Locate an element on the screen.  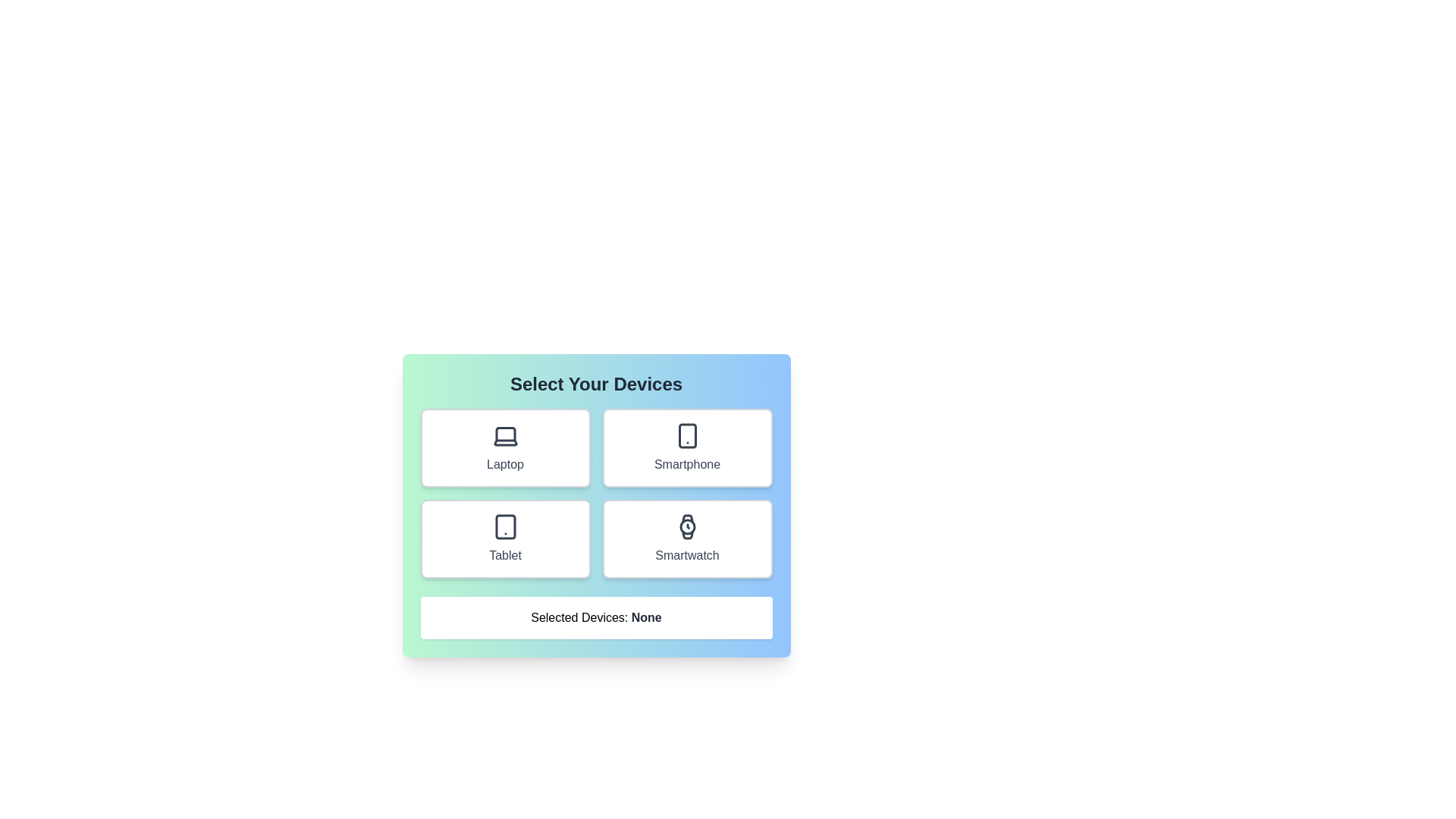
the Laptop button to toggle its selection is located at coordinates (505, 447).